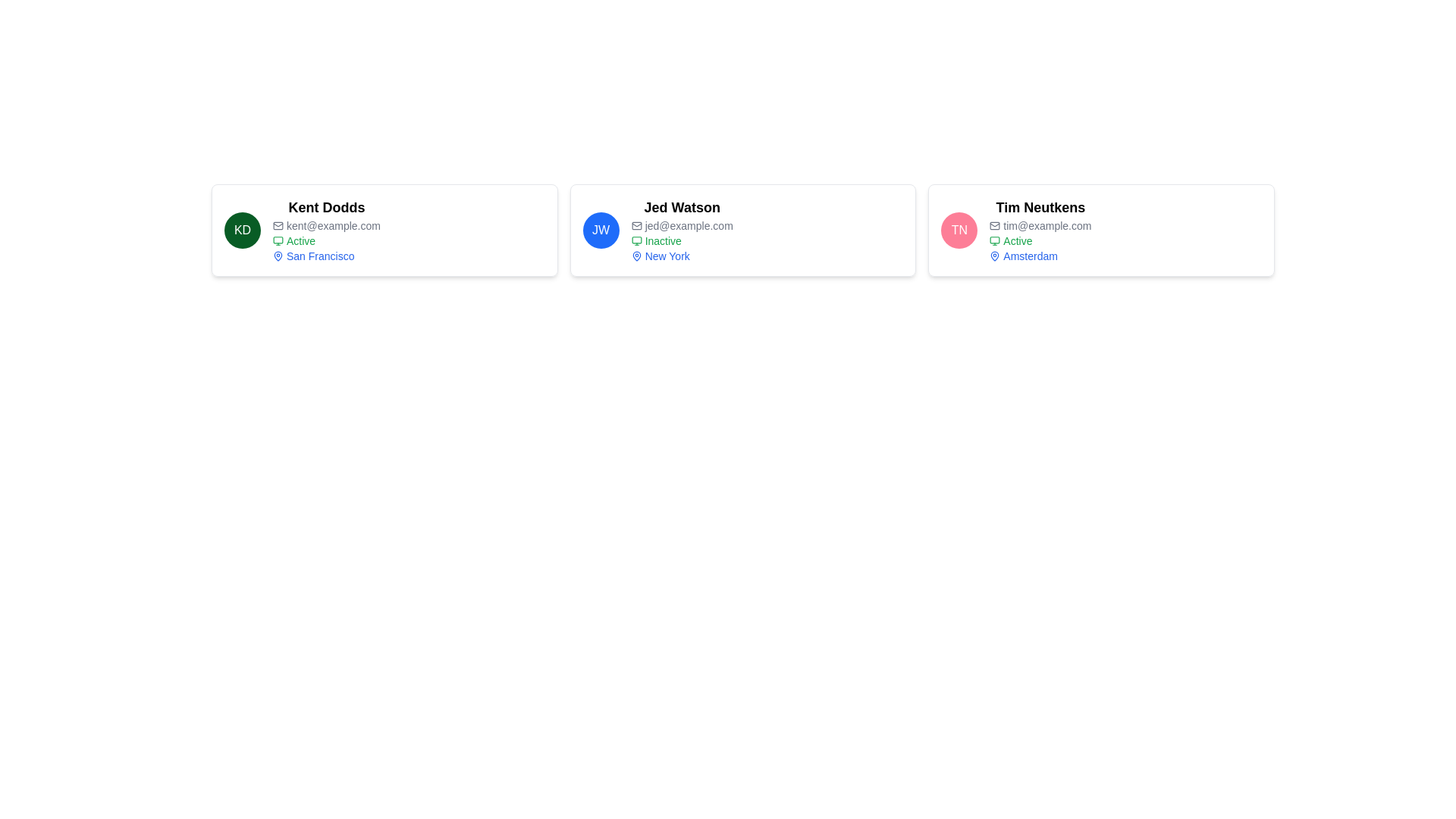 This screenshot has width=1456, height=819. What do you see at coordinates (278, 225) in the screenshot?
I see `the visual representation of the mail icon resembling an envelope, located next to the email address 'kent@example.com' in the user card for 'Kent Dodds'` at bounding box center [278, 225].